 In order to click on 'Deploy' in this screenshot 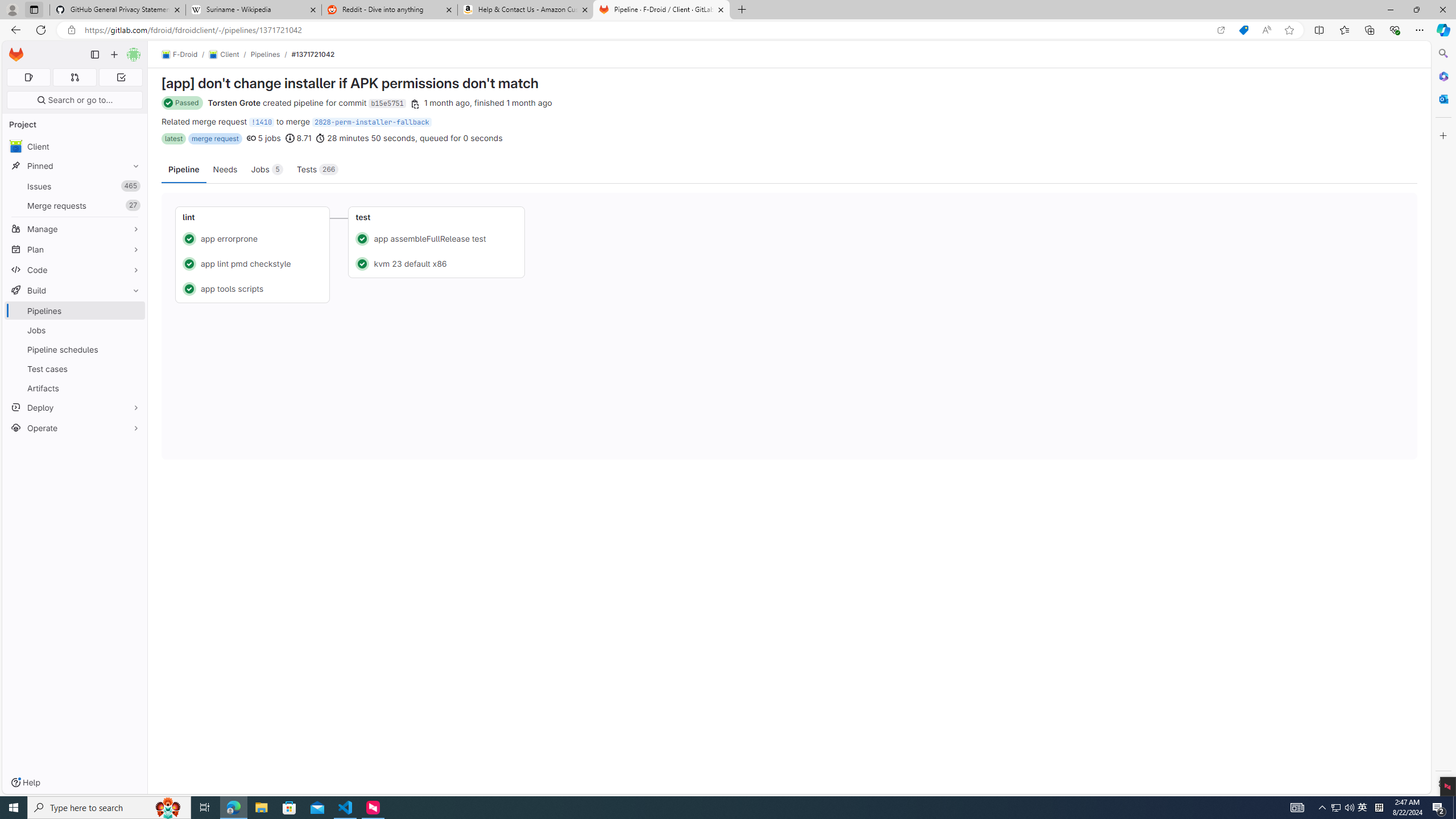, I will do `click(74, 407)`.